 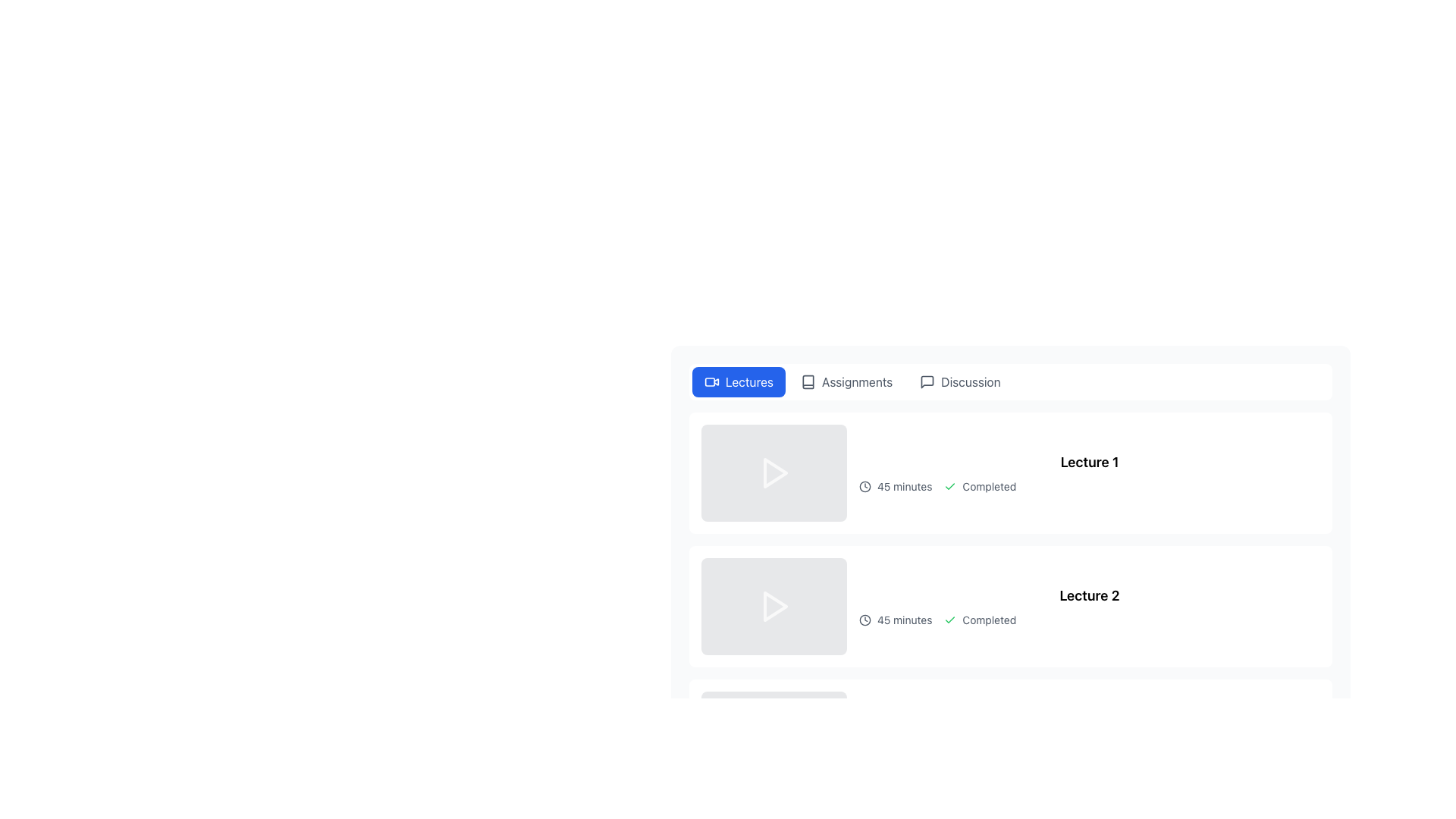 What do you see at coordinates (807, 381) in the screenshot?
I see `the book icon located in the navigation menu next to the 'Assignments' text` at bounding box center [807, 381].